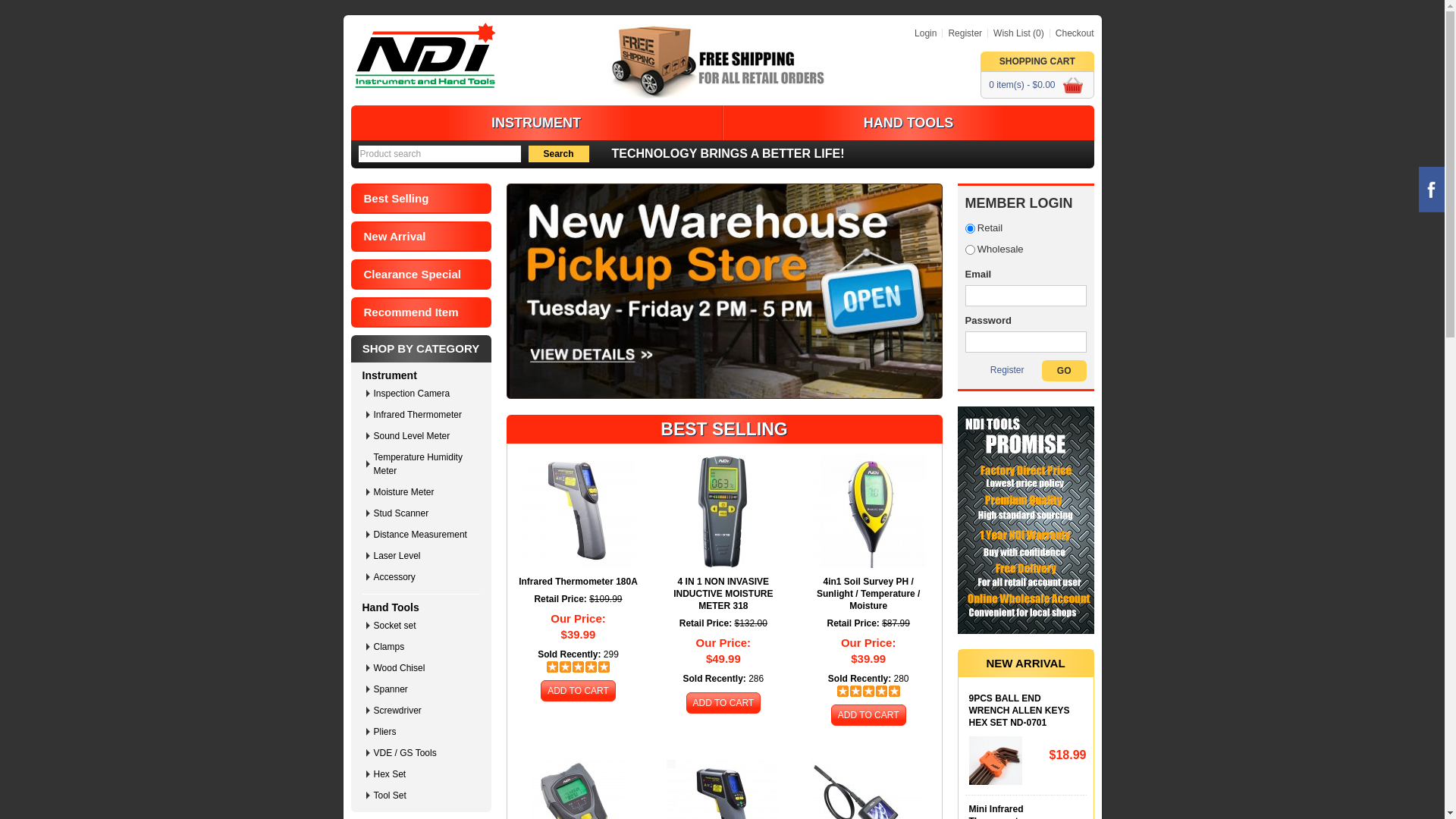 The height and width of the screenshot is (819, 1456). I want to click on 'Screwdriver', so click(424, 711).